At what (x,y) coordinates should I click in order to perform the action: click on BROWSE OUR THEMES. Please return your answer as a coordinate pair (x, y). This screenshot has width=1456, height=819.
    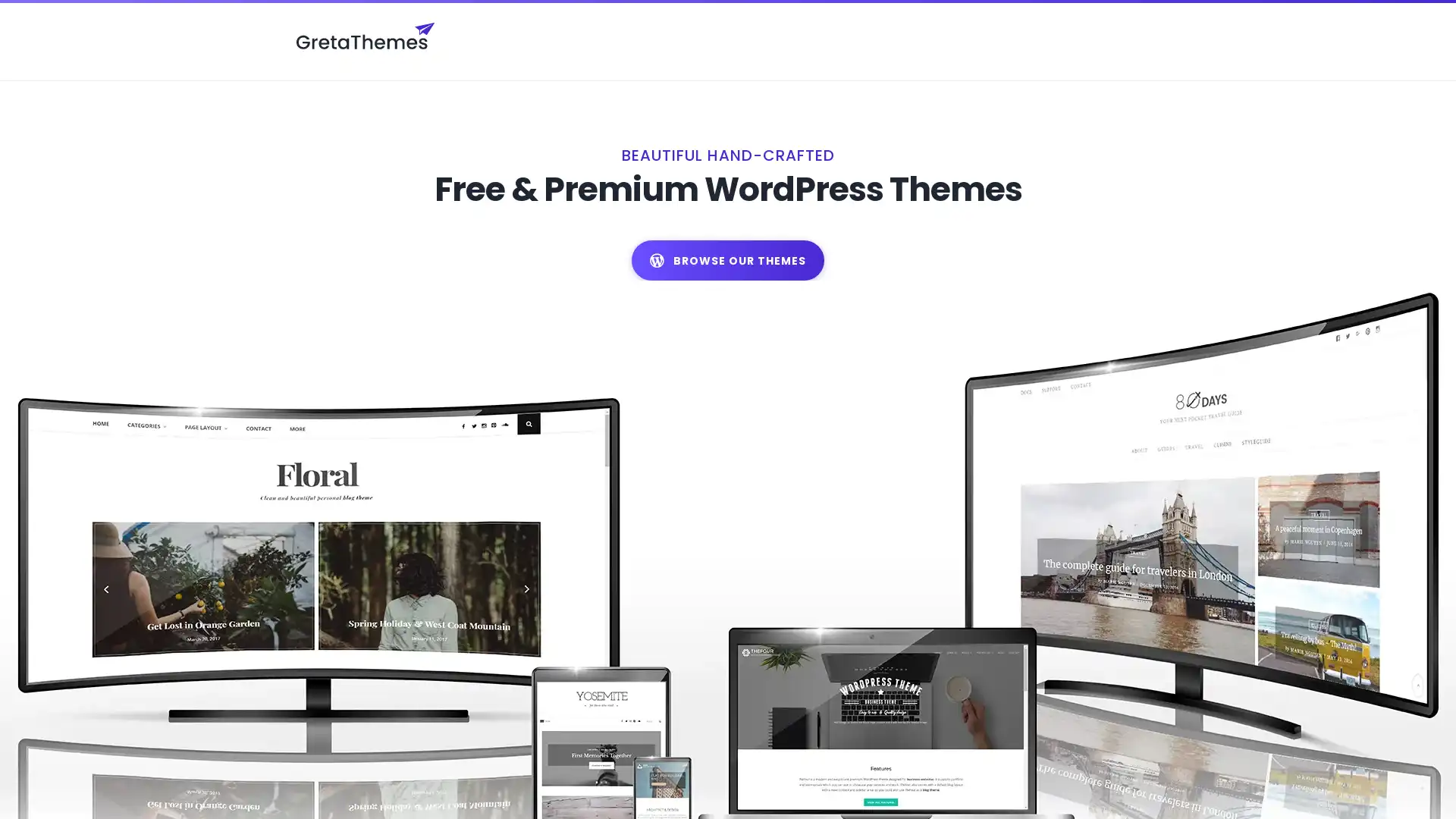
    Looking at the image, I should click on (728, 227).